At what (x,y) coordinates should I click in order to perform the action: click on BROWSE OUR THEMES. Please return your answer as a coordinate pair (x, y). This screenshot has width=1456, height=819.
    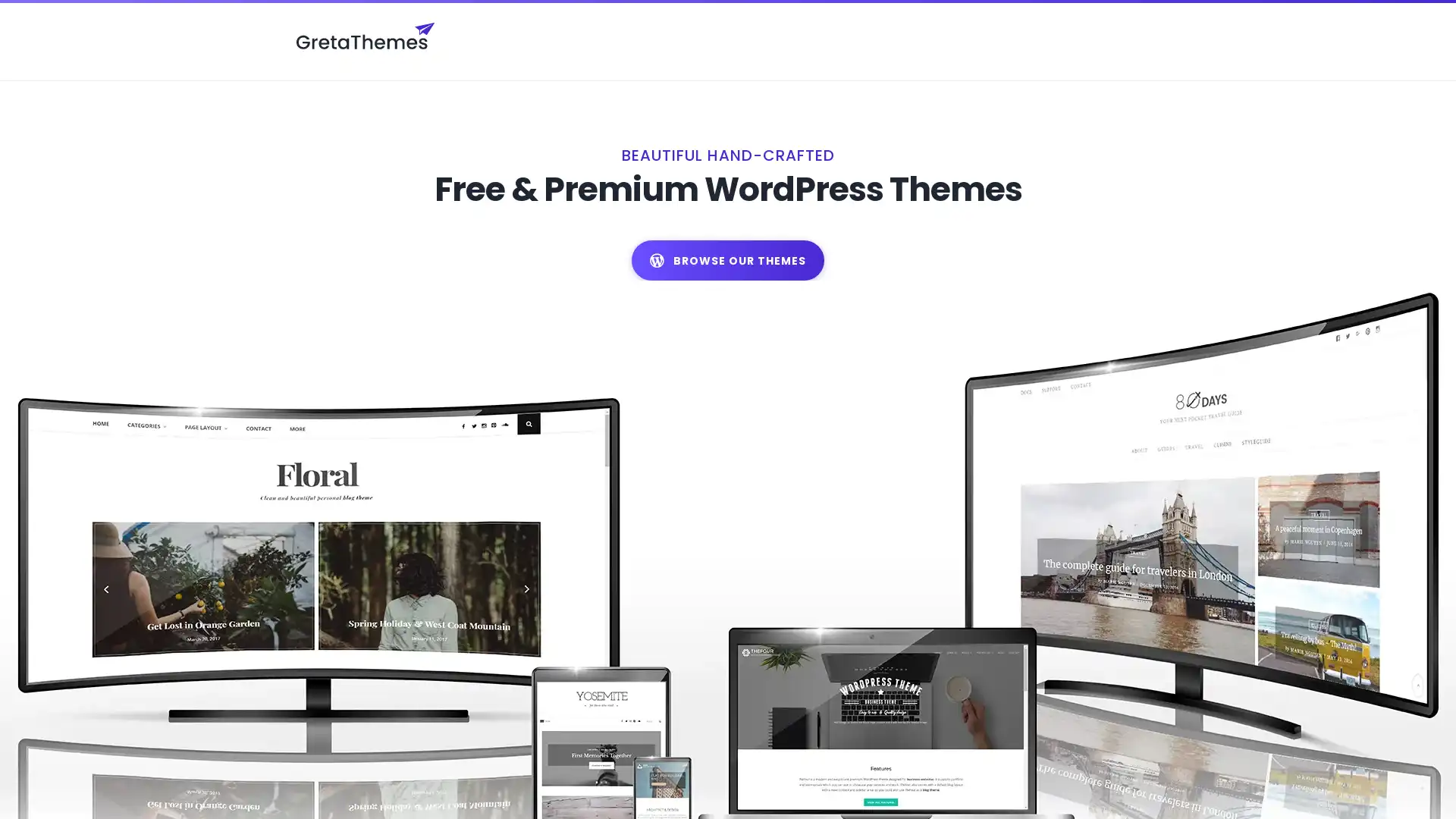
    Looking at the image, I should click on (728, 227).